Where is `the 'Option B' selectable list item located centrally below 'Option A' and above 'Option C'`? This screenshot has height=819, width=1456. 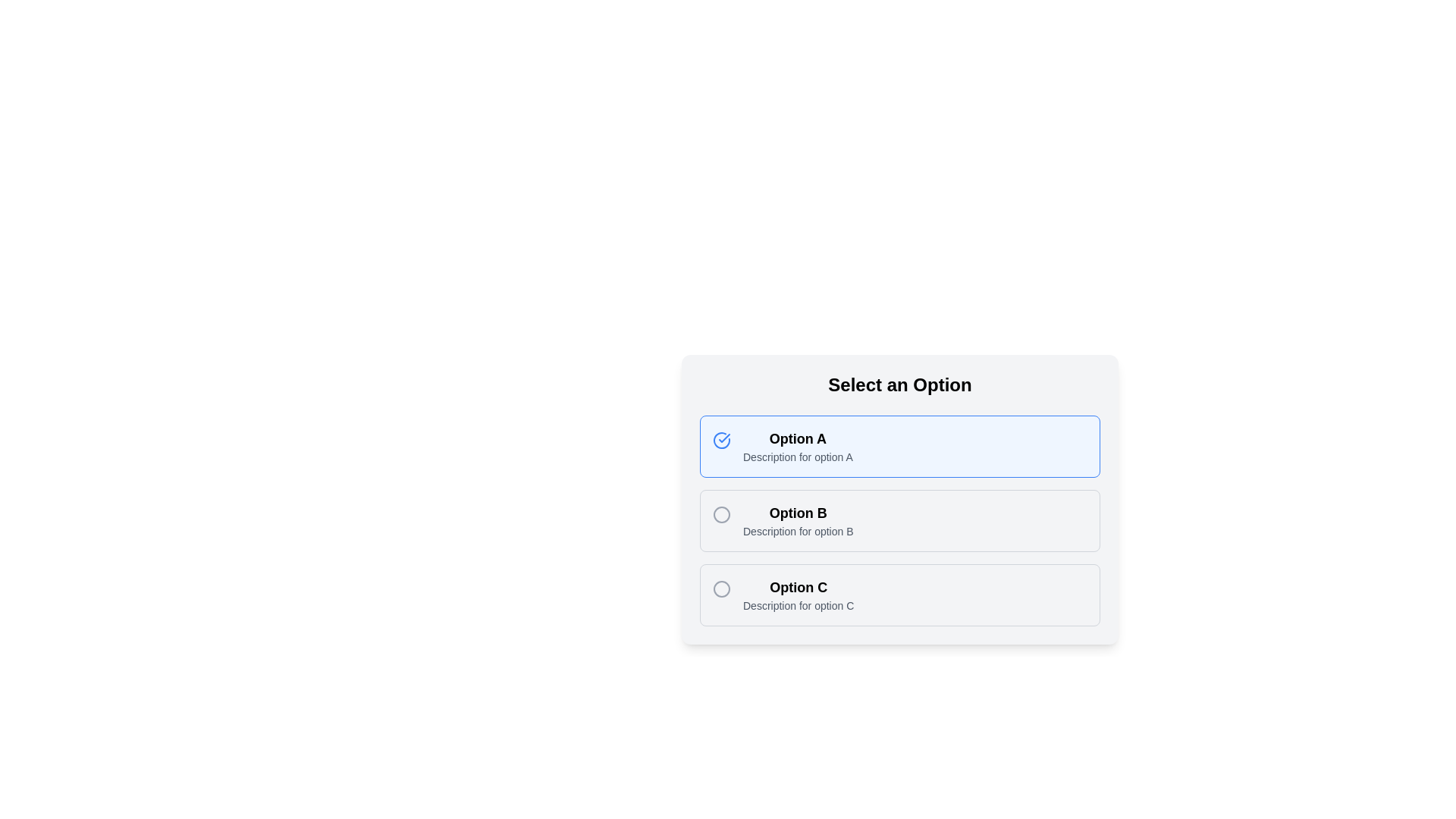
the 'Option B' selectable list item located centrally below 'Option A' and above 'Option C' is located at coordinates (899, 500).